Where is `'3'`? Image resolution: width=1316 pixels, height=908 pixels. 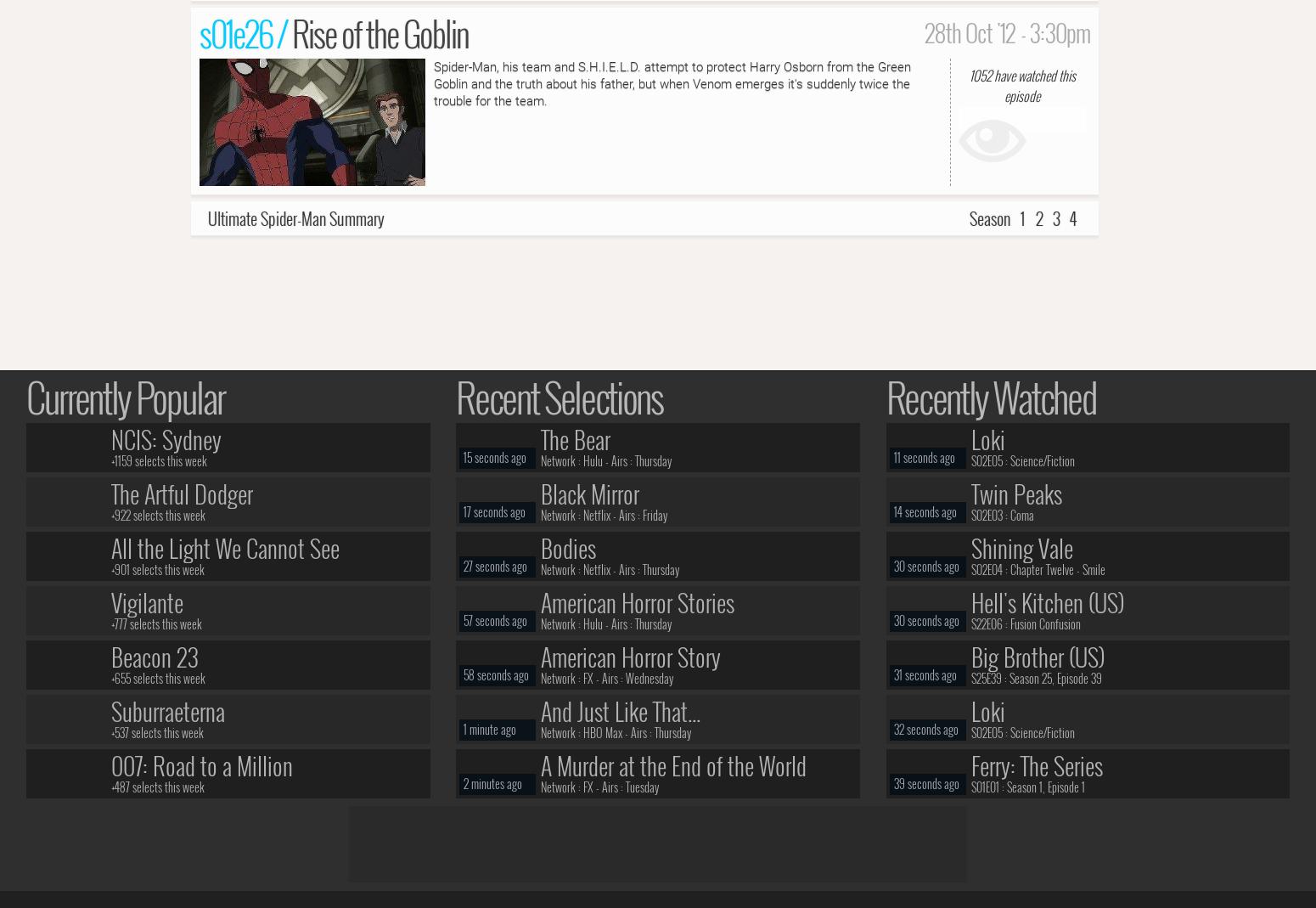 '3' is located at coordinates (1054, 217).